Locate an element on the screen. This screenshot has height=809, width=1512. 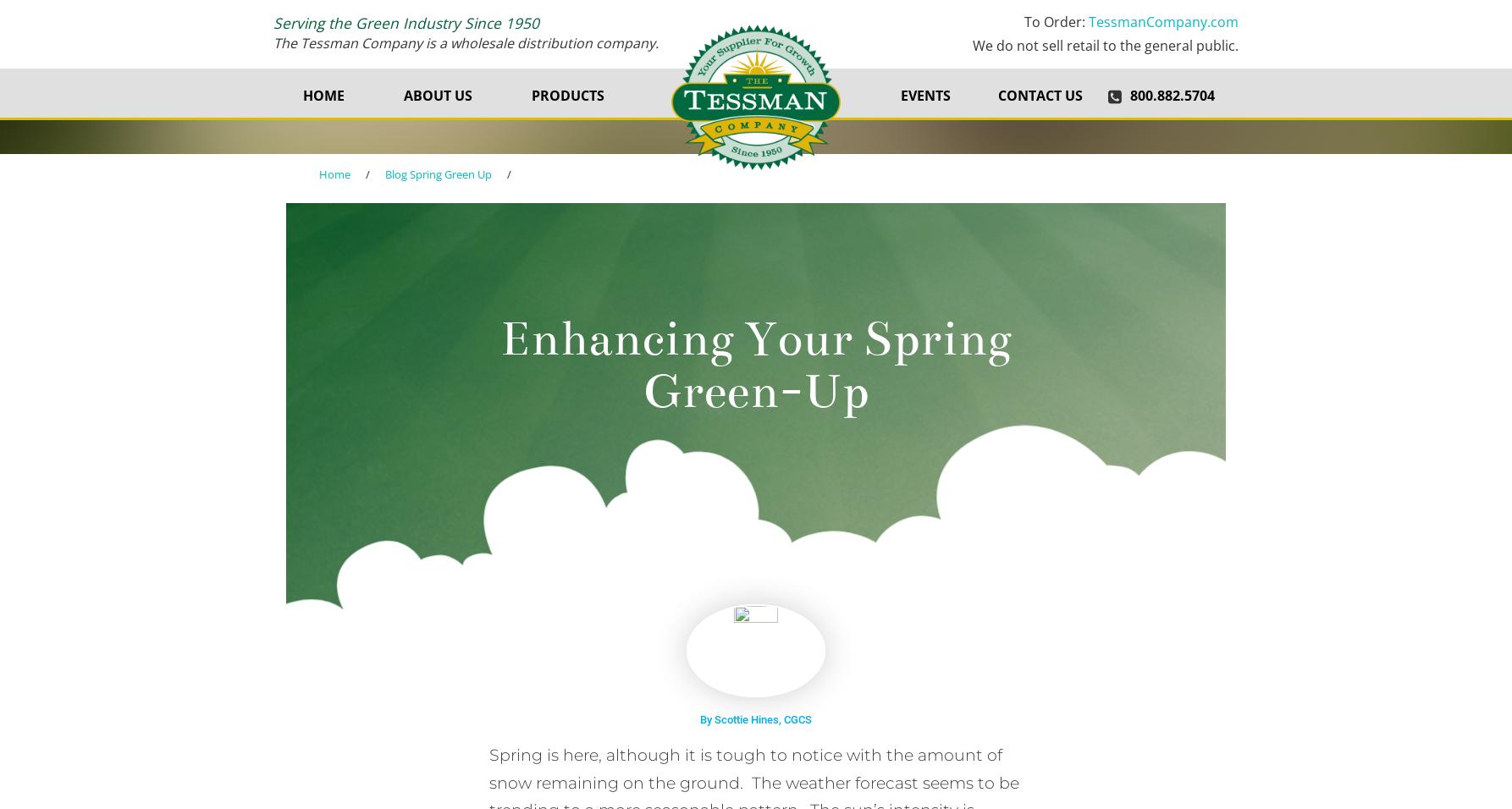
'Serving the Green Industry Since 1950' is located at coordinates (273, 21).